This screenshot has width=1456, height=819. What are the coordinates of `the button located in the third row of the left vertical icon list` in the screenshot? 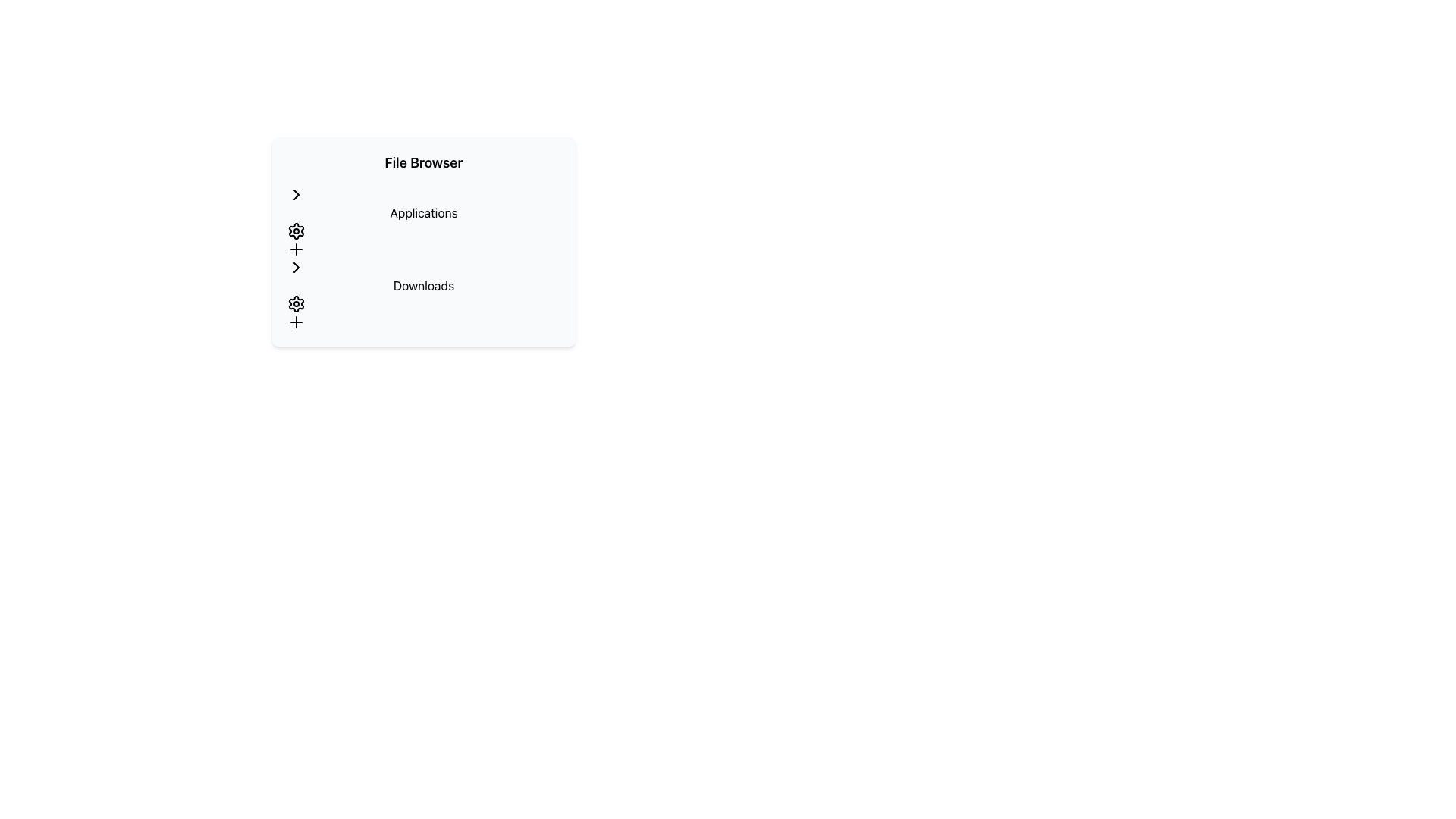 It's located at (296, 248).